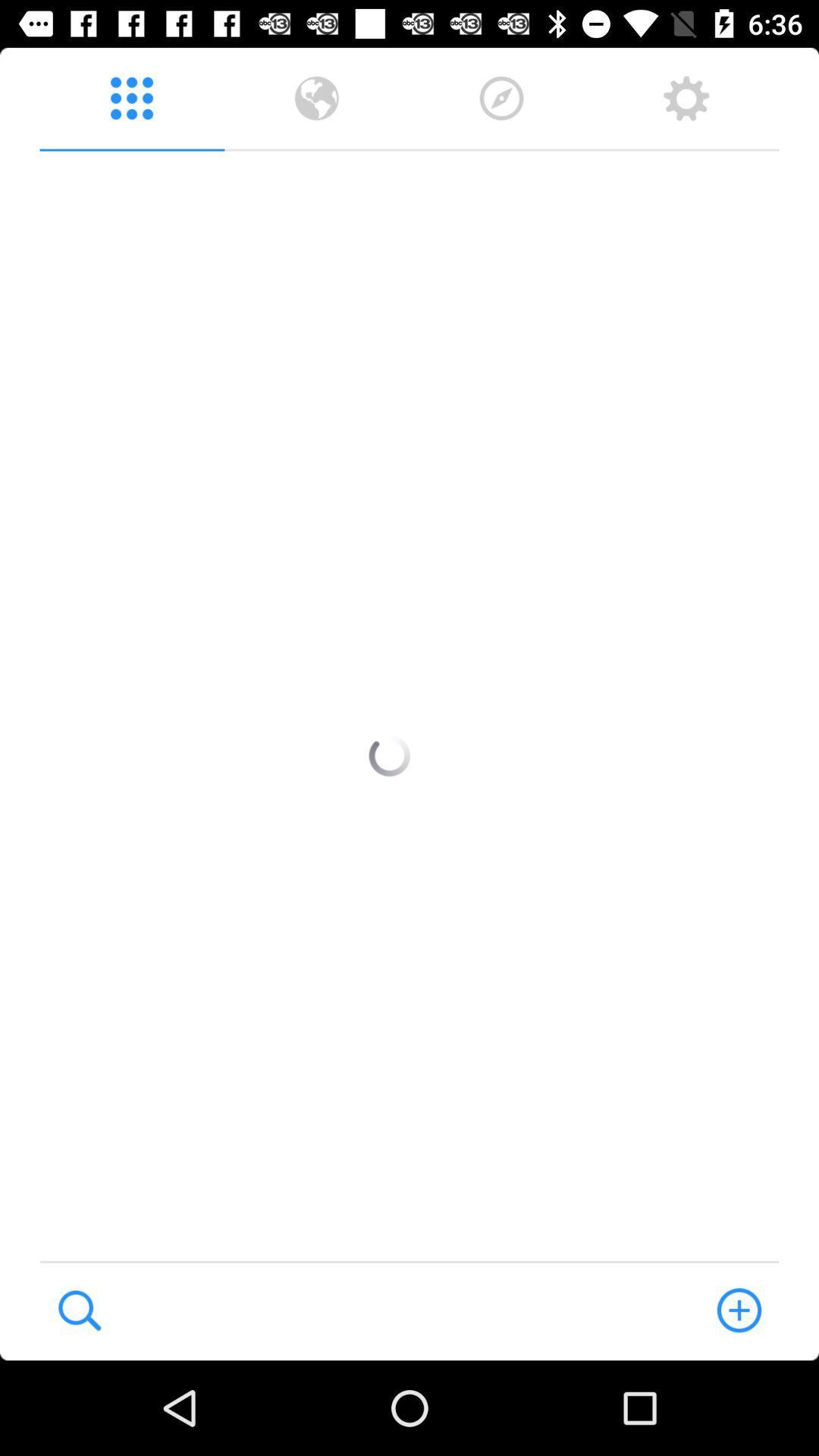  What do you see at coordinates (739, 1310) in the screenshot?
I see `the icon at the bottom right corner` at bounding box center [739, 1310].